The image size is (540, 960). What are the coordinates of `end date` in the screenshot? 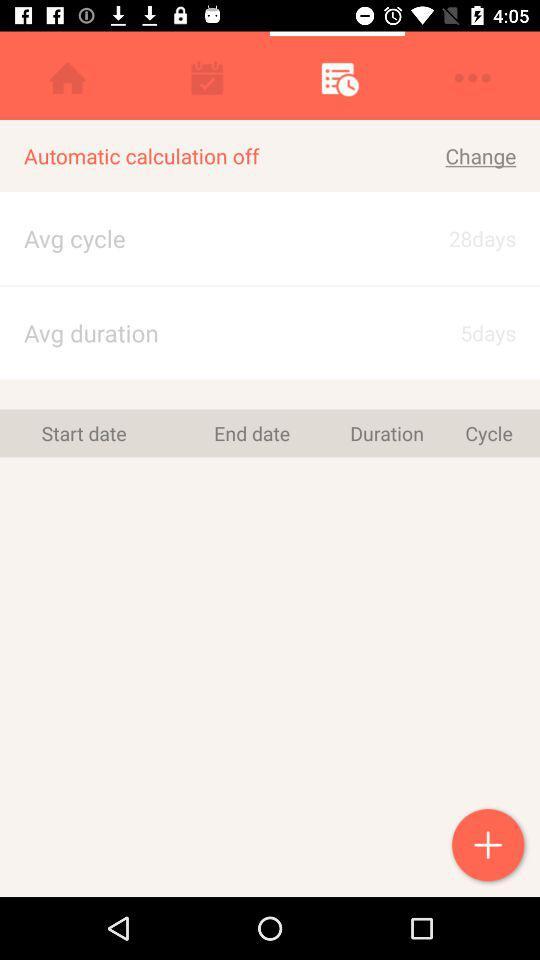 It's located at (252, 433).